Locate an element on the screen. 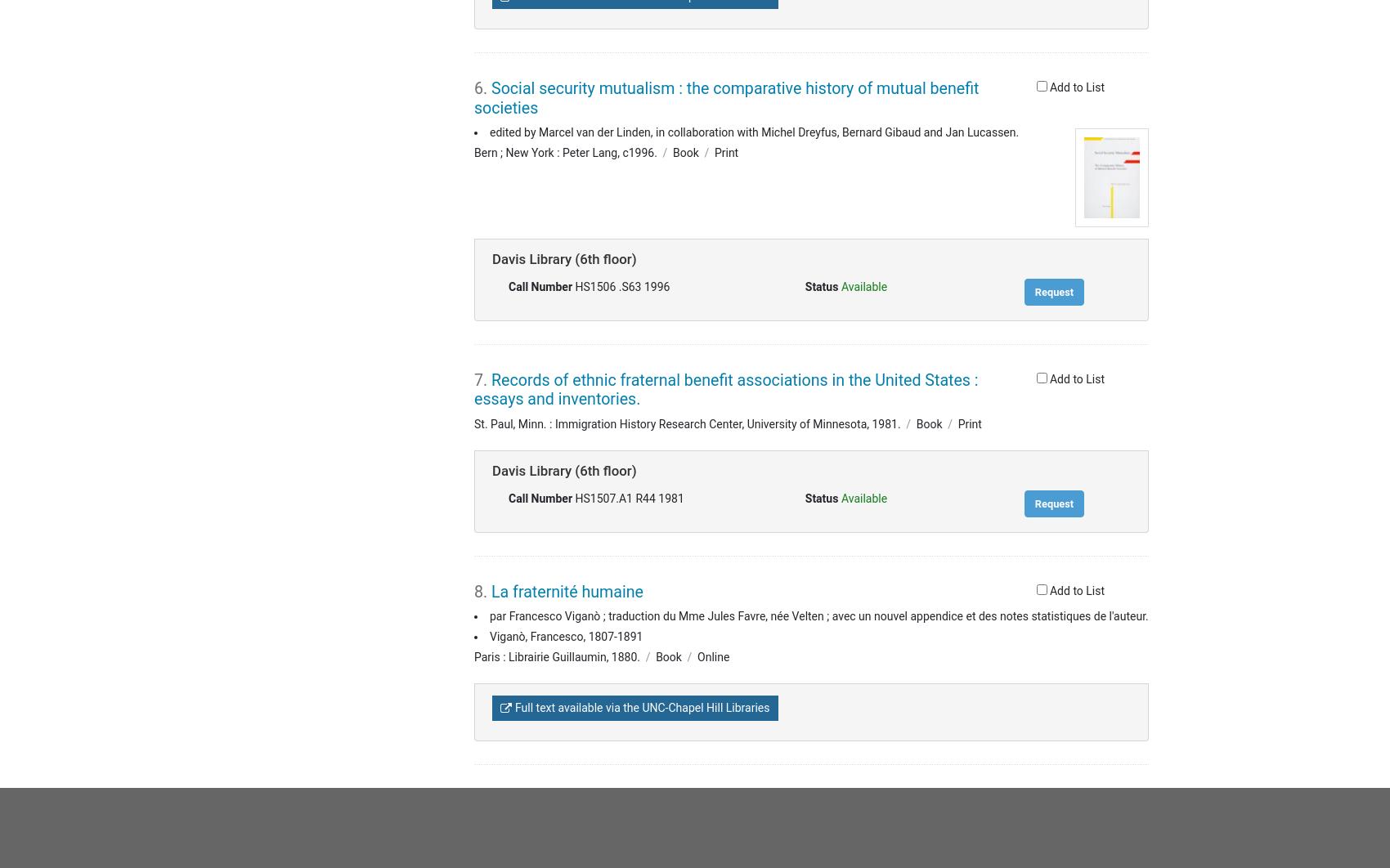  '8.' is located at coordinates (473, 591).